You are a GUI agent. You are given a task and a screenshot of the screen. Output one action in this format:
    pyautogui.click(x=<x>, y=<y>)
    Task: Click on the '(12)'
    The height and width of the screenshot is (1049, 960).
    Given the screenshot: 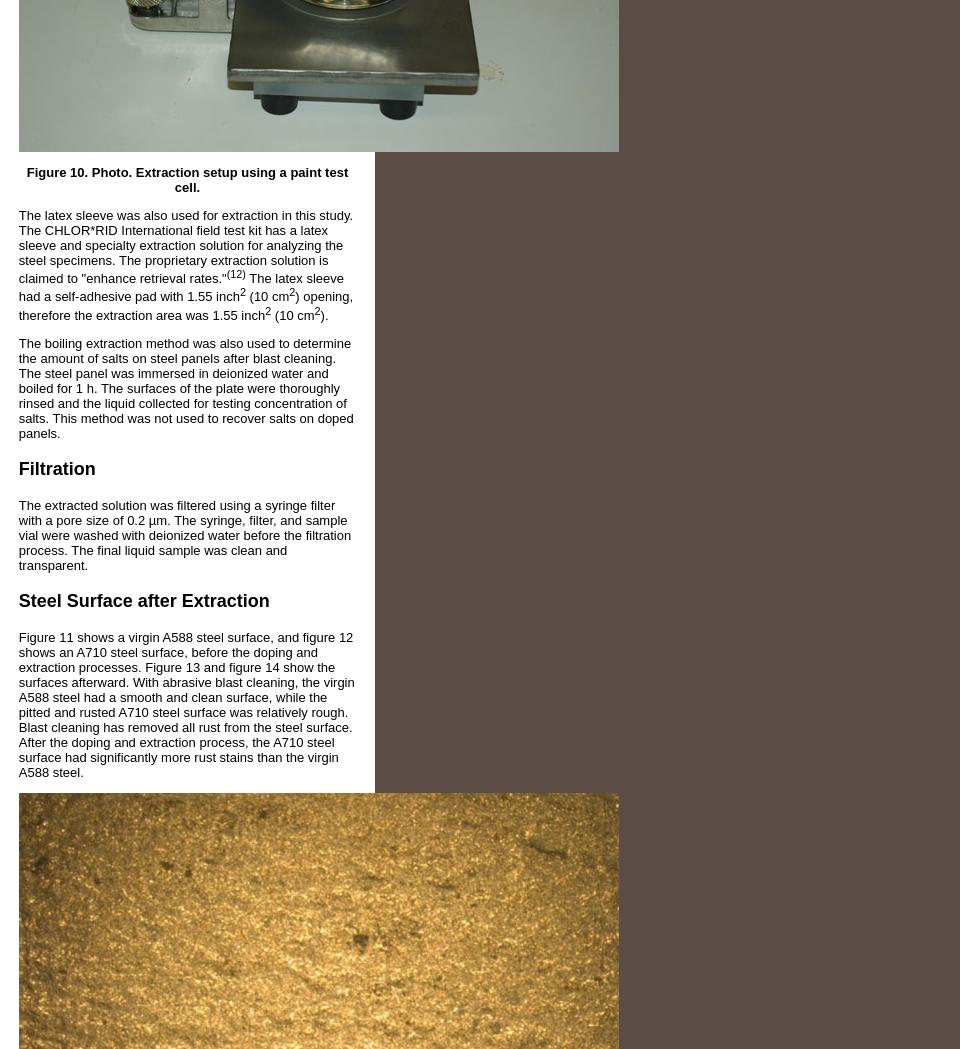 What is the action you would take?
    pyautogui.click(x=235, y=272)
    